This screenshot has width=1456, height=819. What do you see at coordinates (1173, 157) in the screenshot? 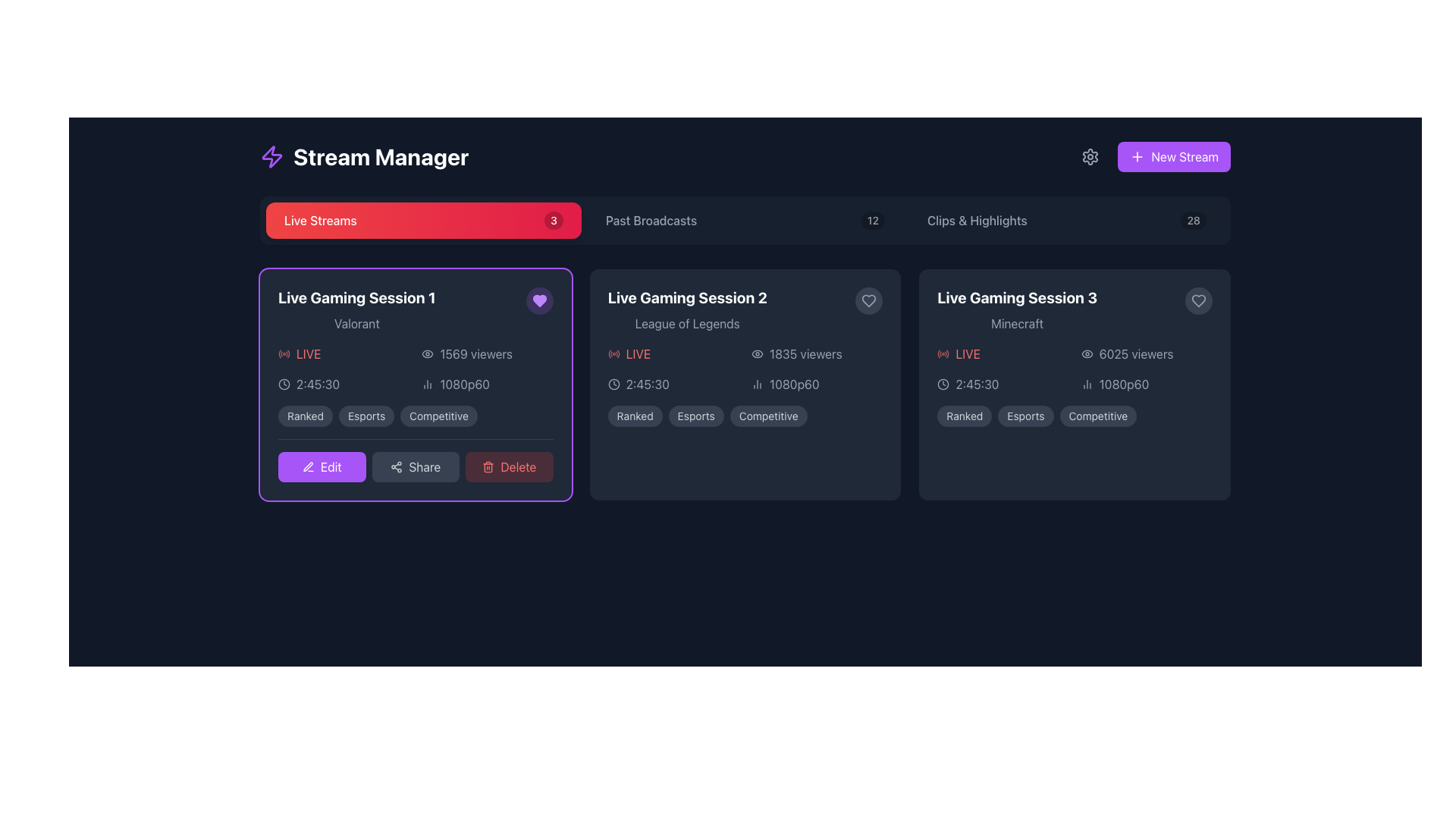
I see `the 'New Stream' button with rounded edges and a purple background` at bounding box center [1173, 157].